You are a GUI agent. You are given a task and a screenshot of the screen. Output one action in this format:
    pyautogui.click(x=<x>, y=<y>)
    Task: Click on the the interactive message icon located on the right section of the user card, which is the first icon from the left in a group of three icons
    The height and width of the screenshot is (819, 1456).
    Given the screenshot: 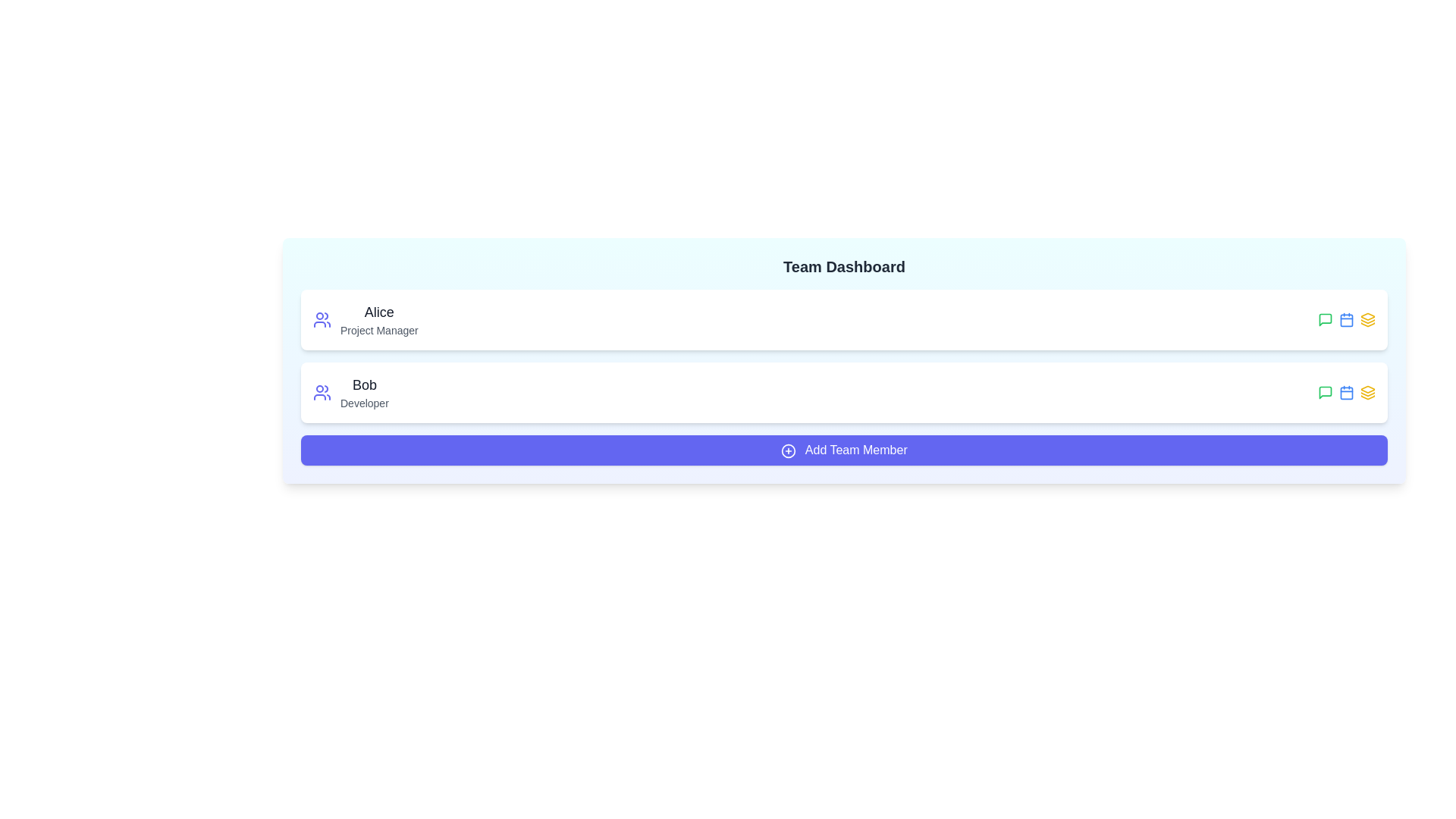 What is the action you would take?
    pyautogui.click(x=1324, y=391)
    